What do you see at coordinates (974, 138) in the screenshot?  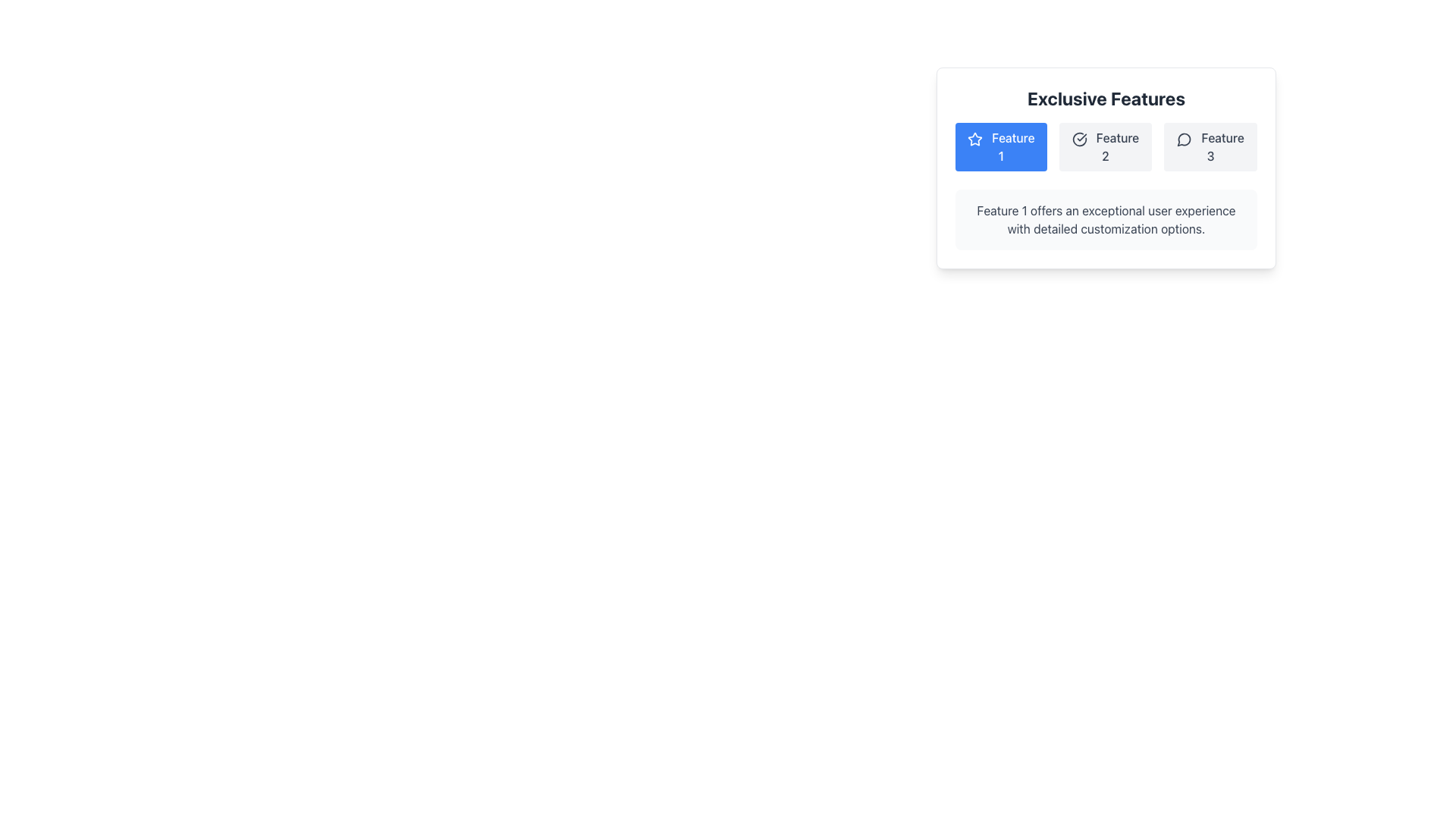 I see `the star icon located on the left side of the 'Feature 1' button, which is part of the 'Exclusive Features' section` at bounding box center [974, 138].